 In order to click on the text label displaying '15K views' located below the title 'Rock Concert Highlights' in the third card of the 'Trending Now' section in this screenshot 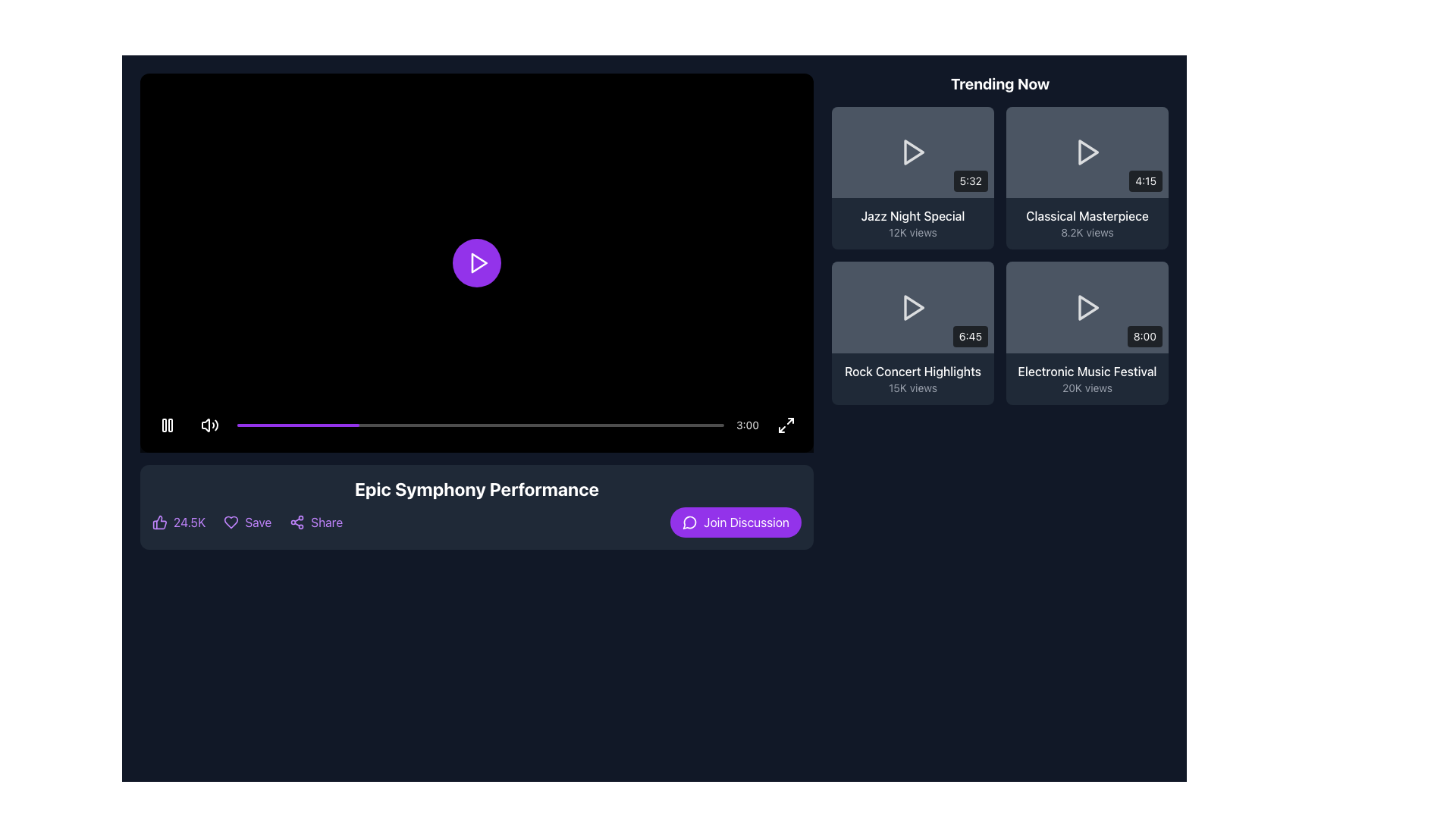, I will do `click(912, 386)`.